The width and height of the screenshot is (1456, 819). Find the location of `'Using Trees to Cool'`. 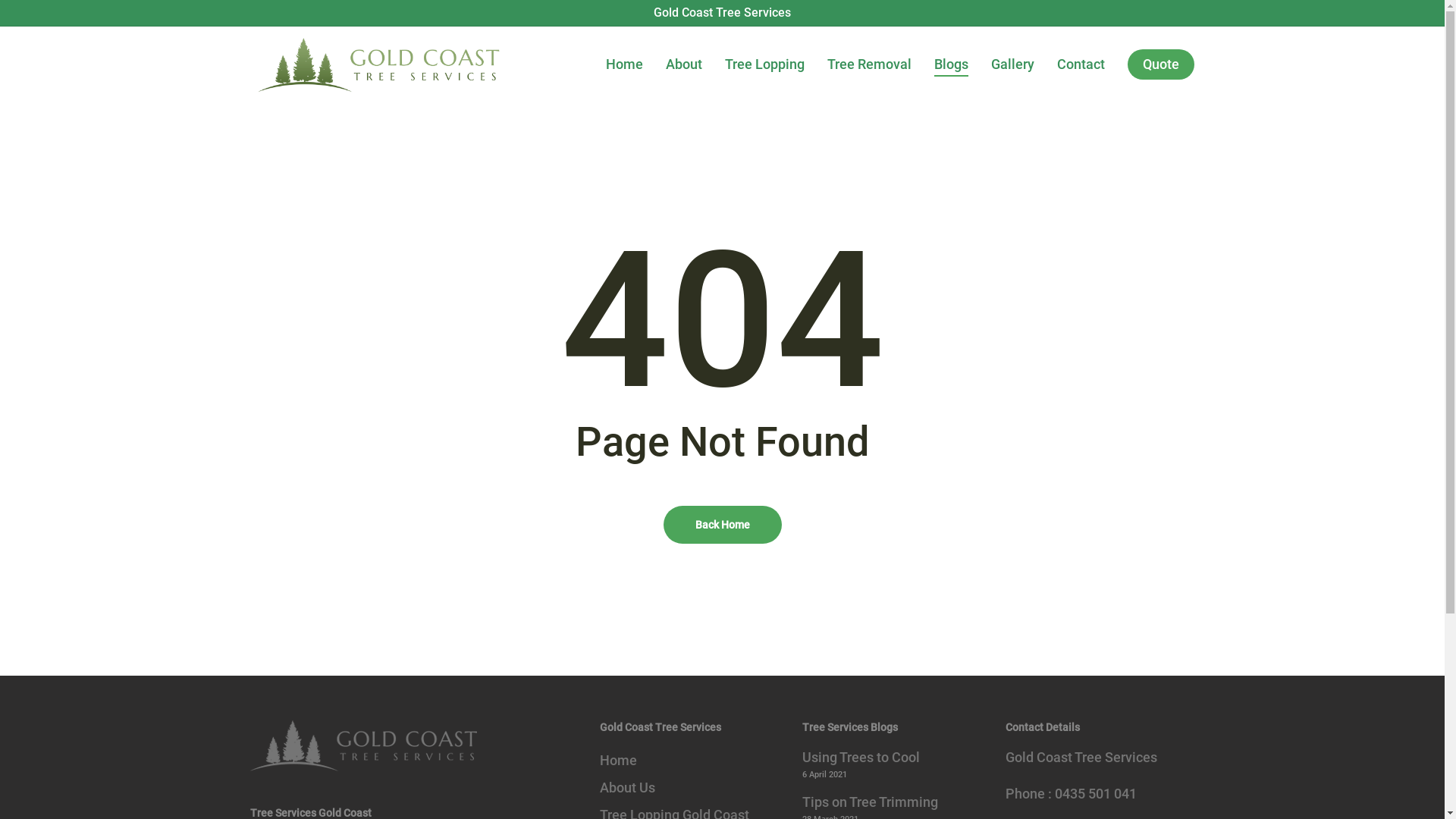

'Using Trees to Cool' is located at coordinates (894, 758).